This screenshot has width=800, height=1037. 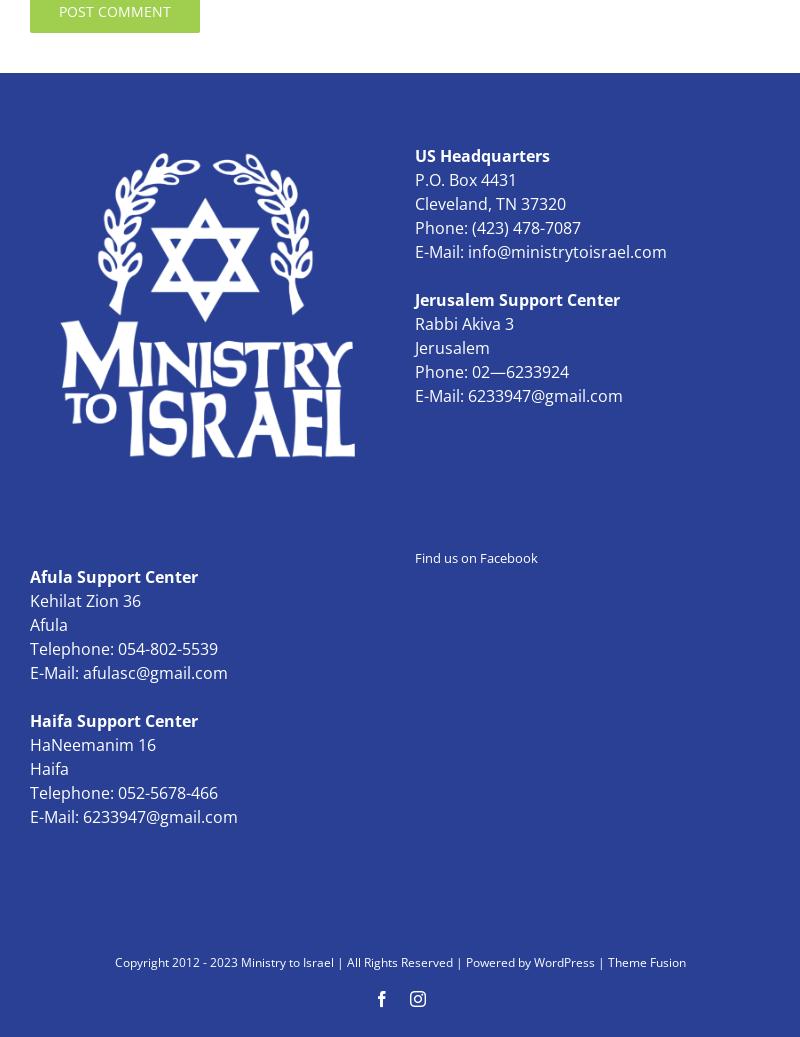 I want to click on 'Kehilat Zion 36', so click(x=30, y=601).